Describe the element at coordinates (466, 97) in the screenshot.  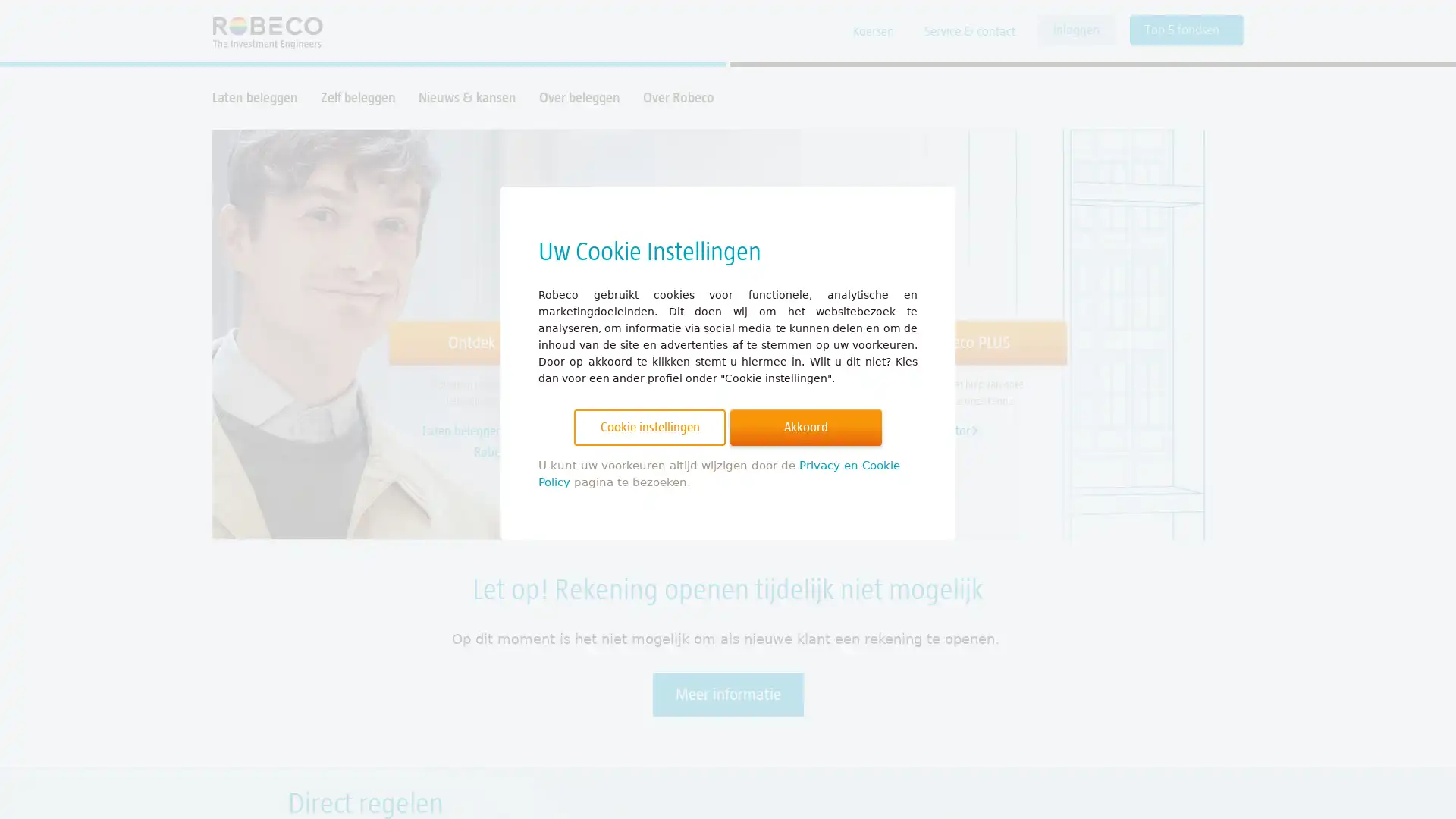
I see `Nieuws & kansen` at that location.